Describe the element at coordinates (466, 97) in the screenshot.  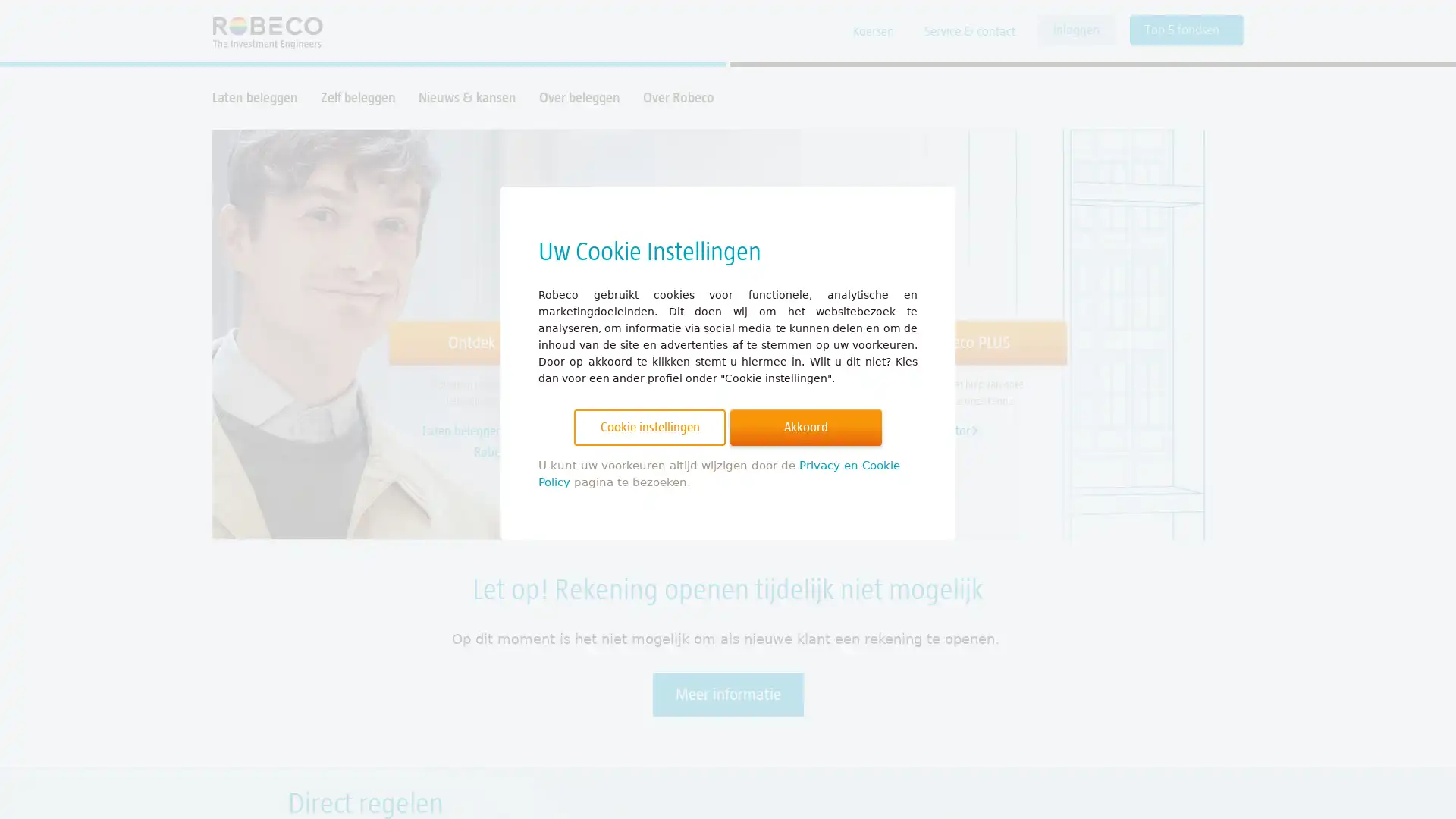
I see `Nieuws & kansen` at that location.